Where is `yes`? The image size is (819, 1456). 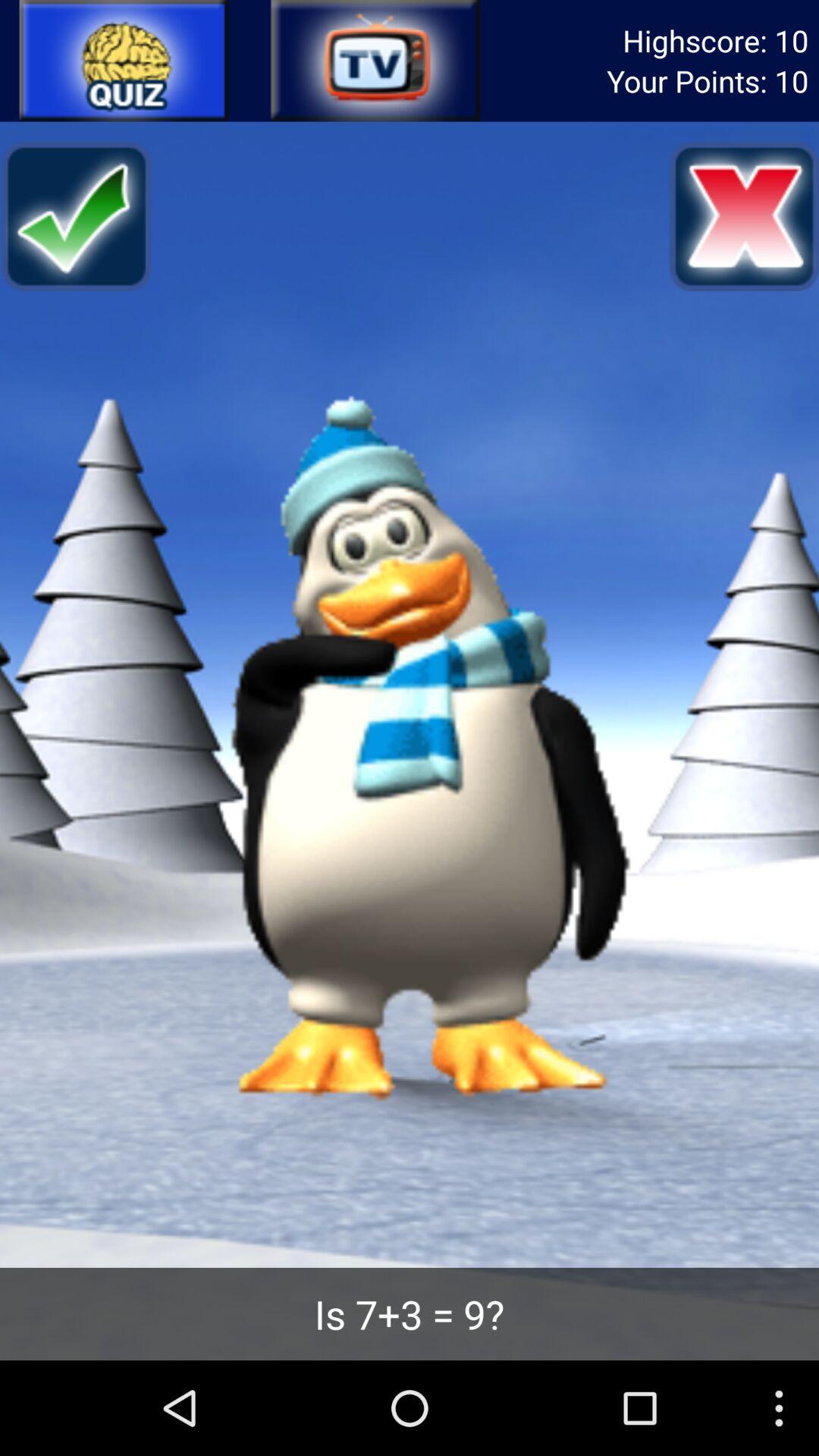 yes is located at coordinates (75, 215).